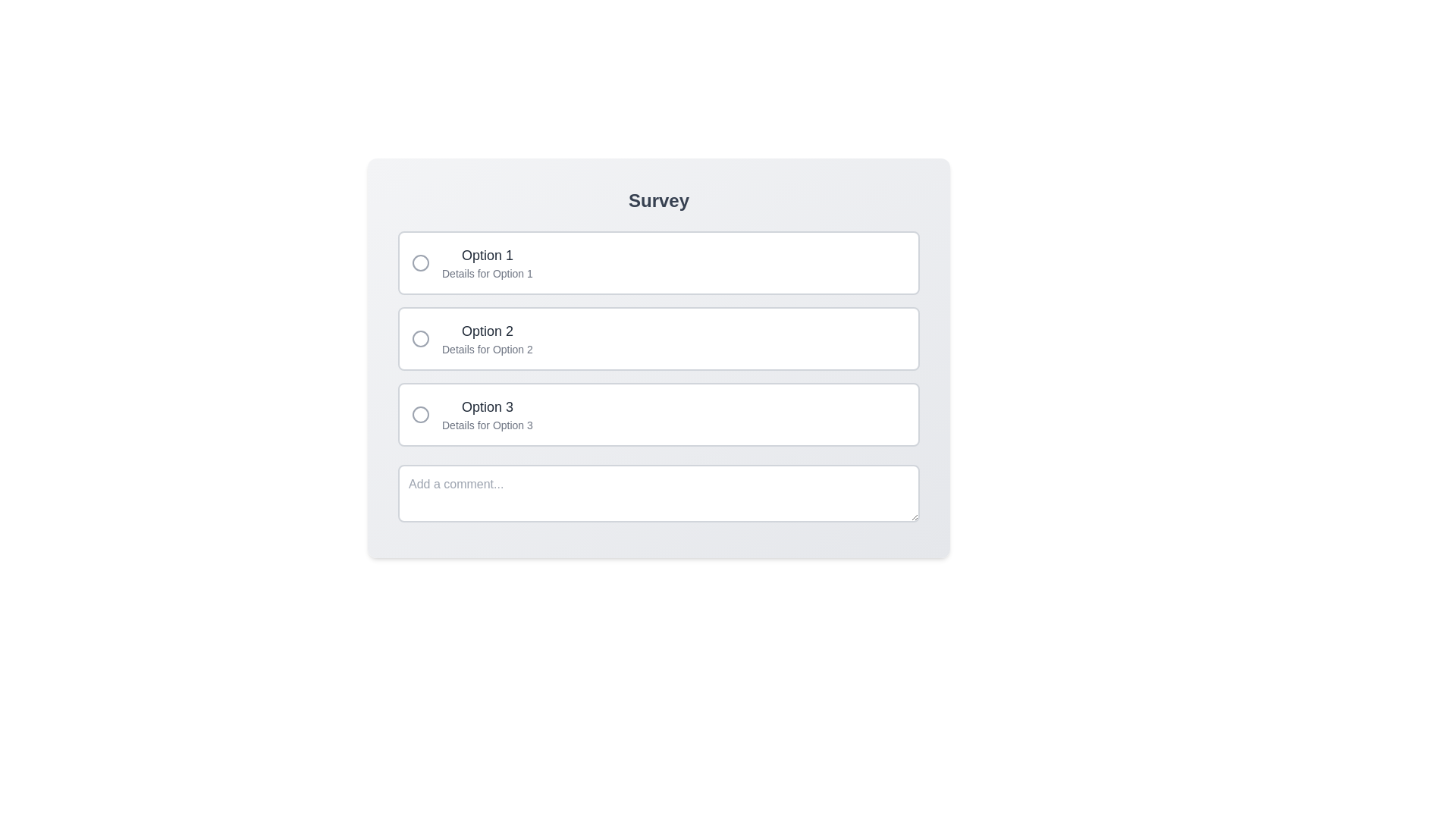  Describe the element at coordinates (488, 274) in the screenshot. I see `the static text label that provides descriptive detail for the first selectable option, located immediately below the title 'Option 1'` at that location.